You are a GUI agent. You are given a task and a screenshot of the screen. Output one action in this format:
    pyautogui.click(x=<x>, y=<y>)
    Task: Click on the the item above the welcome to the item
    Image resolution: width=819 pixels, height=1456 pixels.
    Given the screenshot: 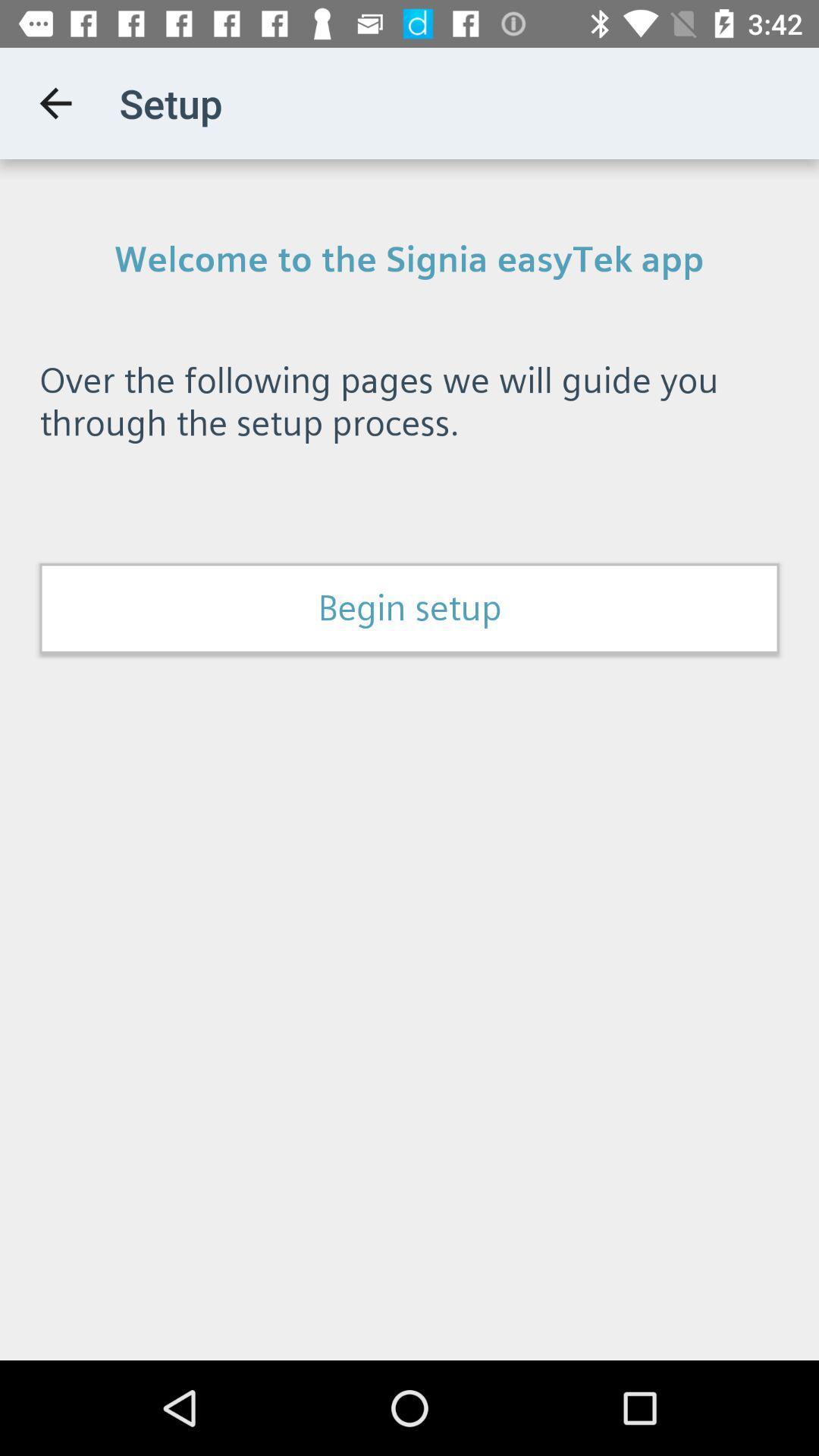 What is the action you would take?
    pyautogui.click(x=55, y=102)
    